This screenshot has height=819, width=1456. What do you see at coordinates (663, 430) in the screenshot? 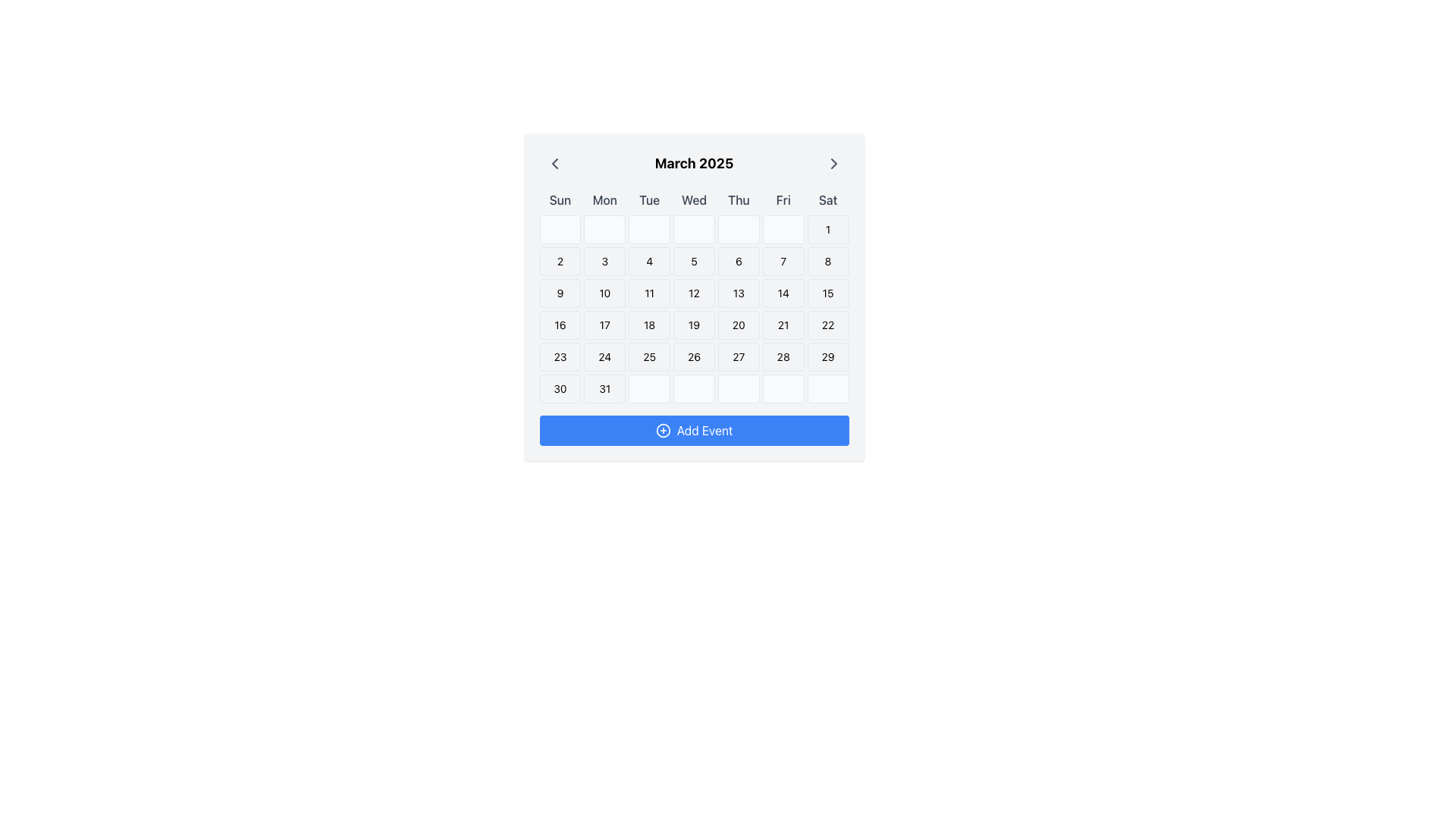
I see `the circular plus icon with a blue outline located to the left of the 'Add Event' text in the blue button at the bottom of the calendar interface for potential hover feedback` at bounding box center [663, 430].